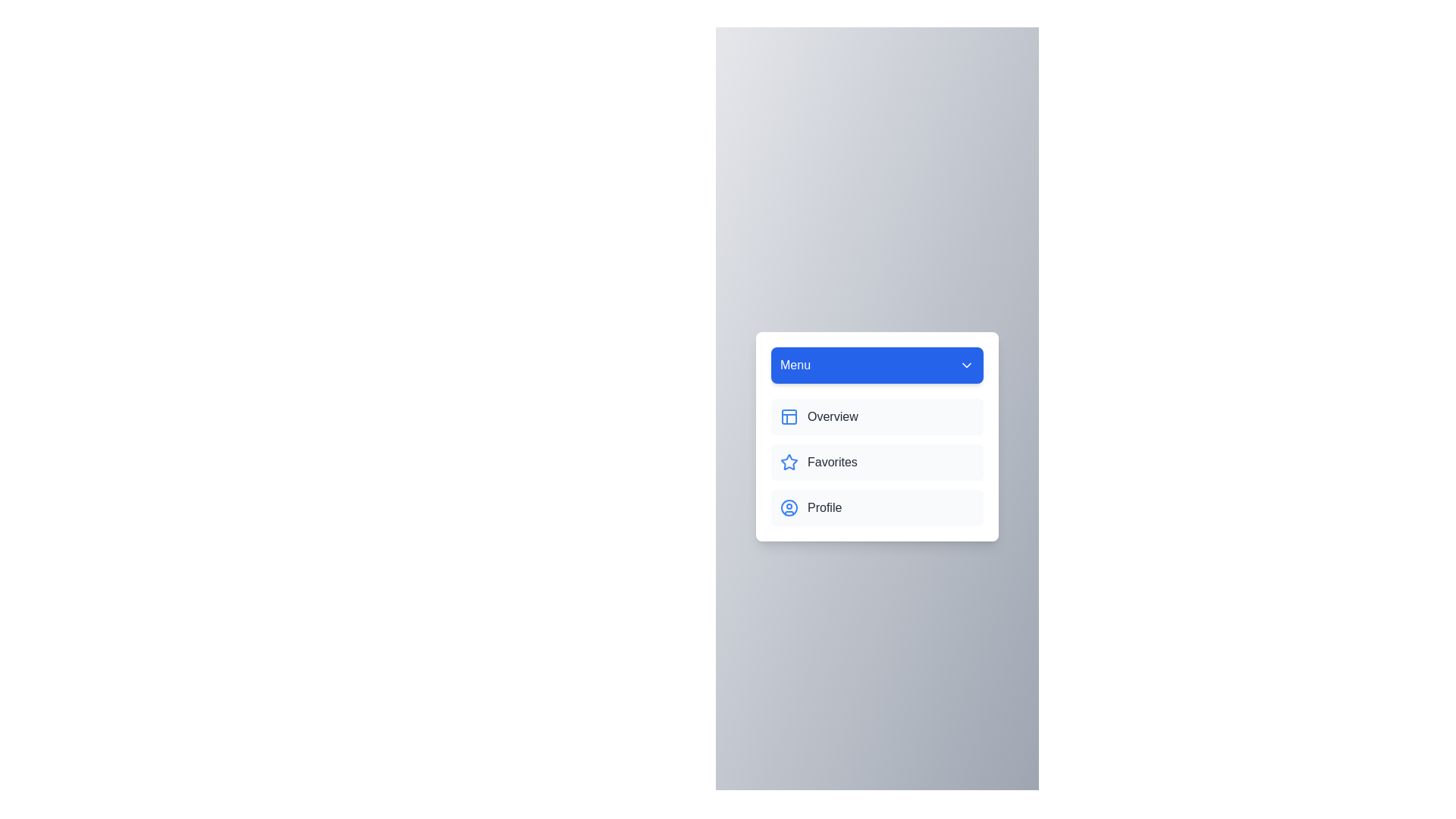  What do you see at coordinates (789, 417) in the screenshot?
I see `the icon of the Overview option in the menu` at bounding box center [789, 417].